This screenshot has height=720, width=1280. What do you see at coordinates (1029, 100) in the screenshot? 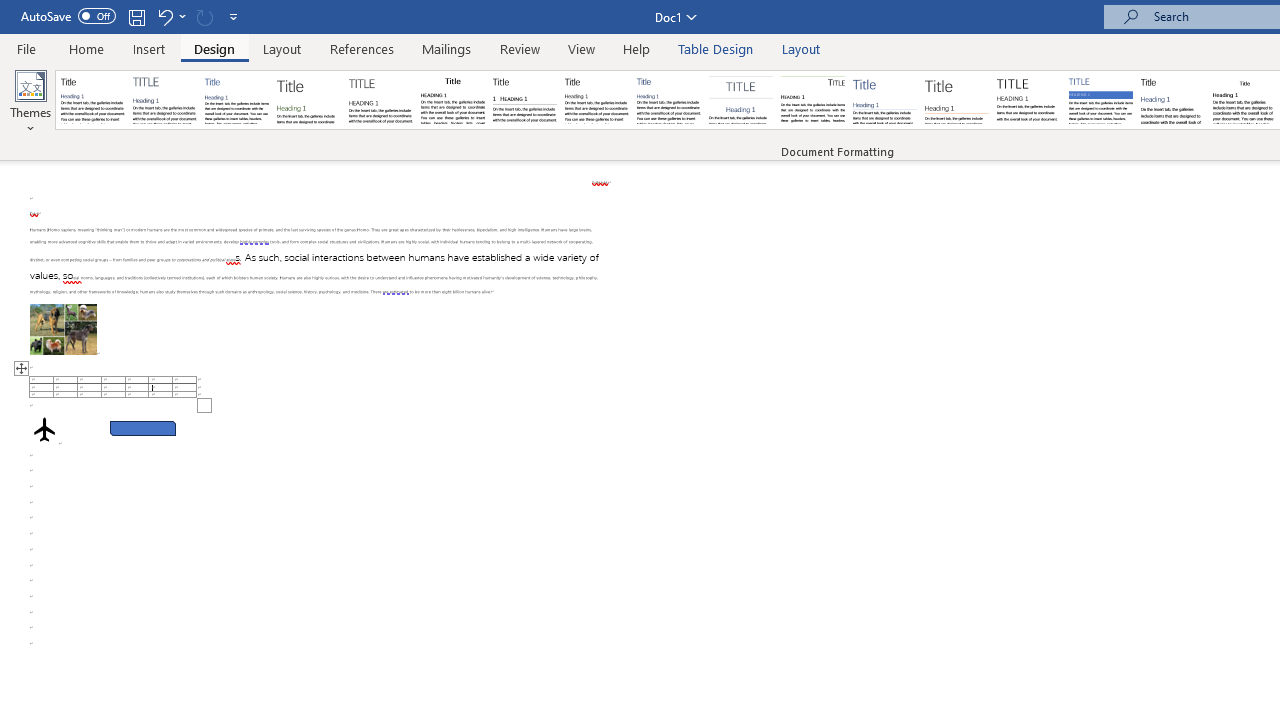
I see `'Minimalist'` at bounding box center [1029, 100].